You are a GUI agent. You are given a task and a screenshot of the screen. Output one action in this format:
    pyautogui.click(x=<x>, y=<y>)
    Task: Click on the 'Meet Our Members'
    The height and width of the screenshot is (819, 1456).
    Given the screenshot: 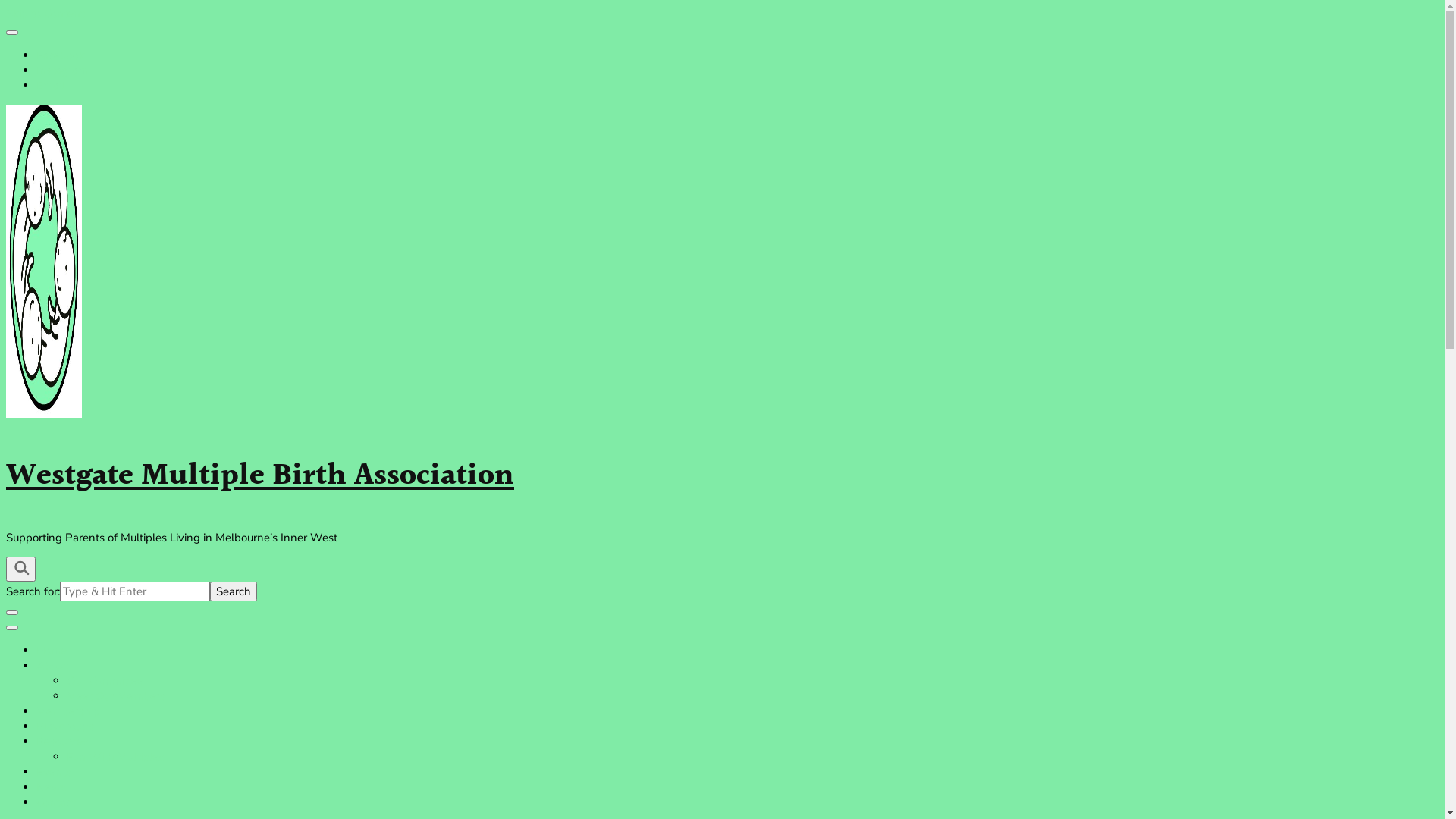 What is the action you would take?
    pyautogui.click(x=115, y=696)
    